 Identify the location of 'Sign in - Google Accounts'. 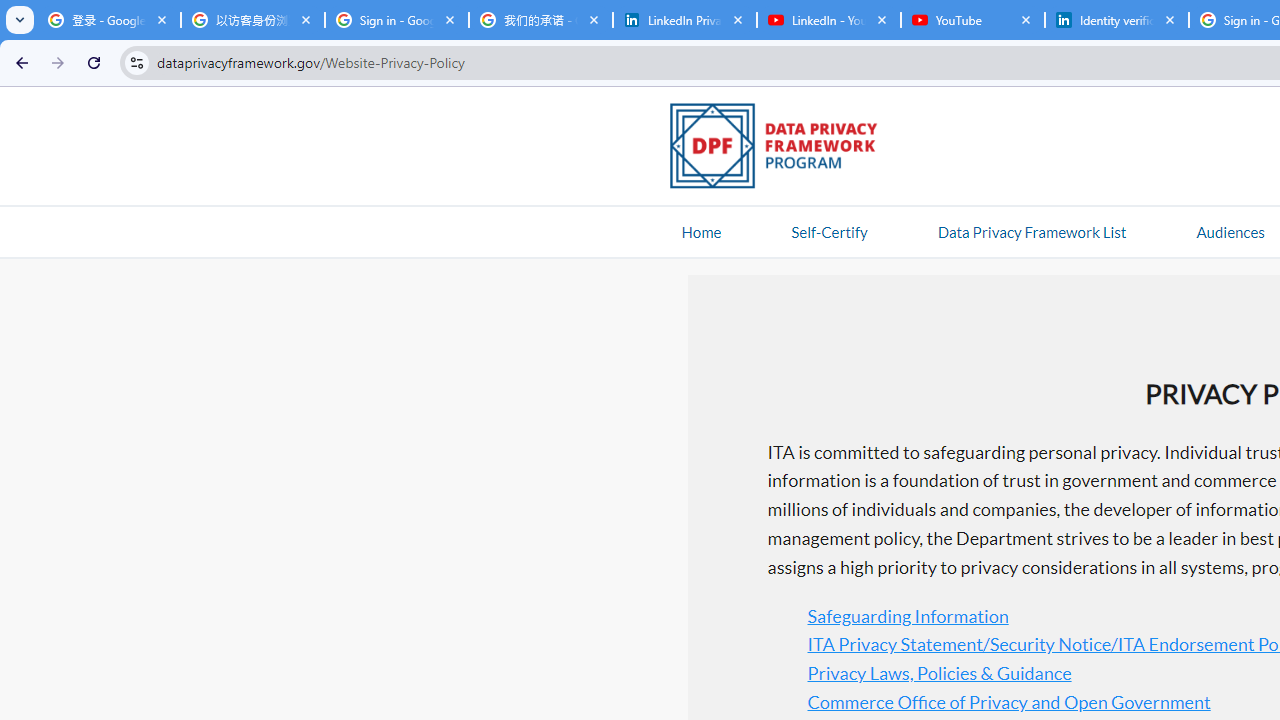
(396, 20).